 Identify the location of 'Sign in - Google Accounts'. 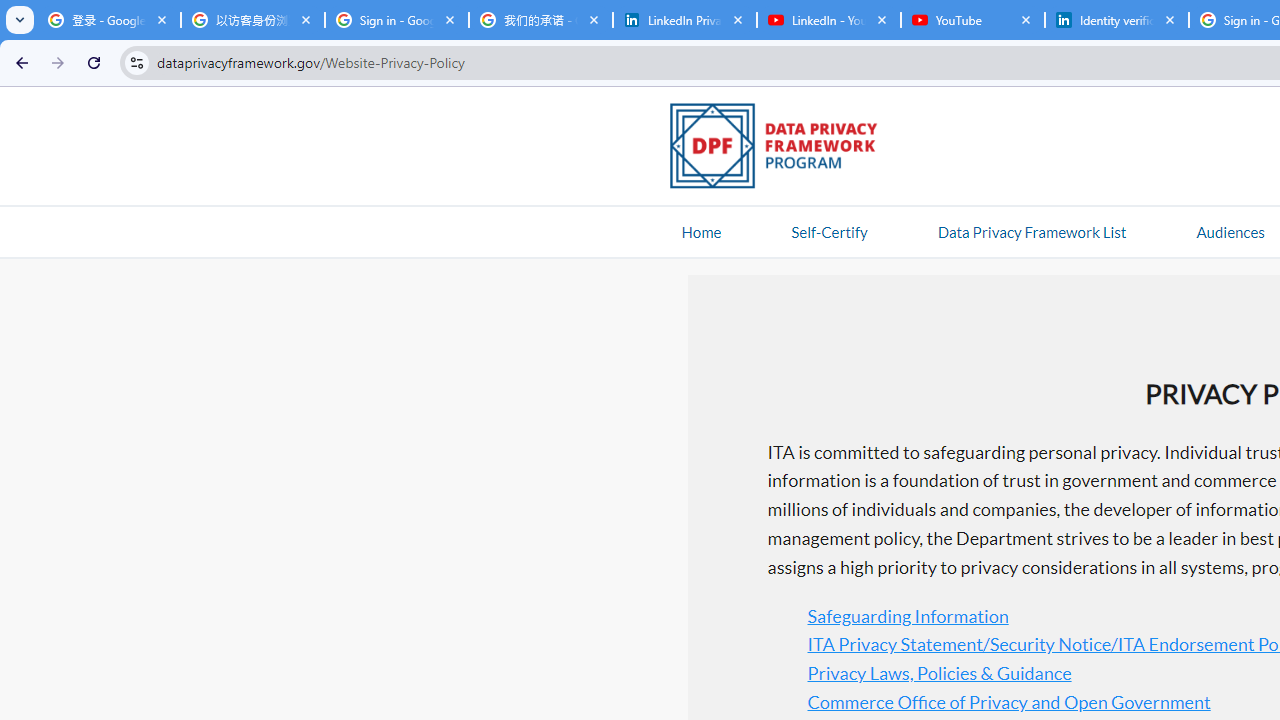
(396, 20).